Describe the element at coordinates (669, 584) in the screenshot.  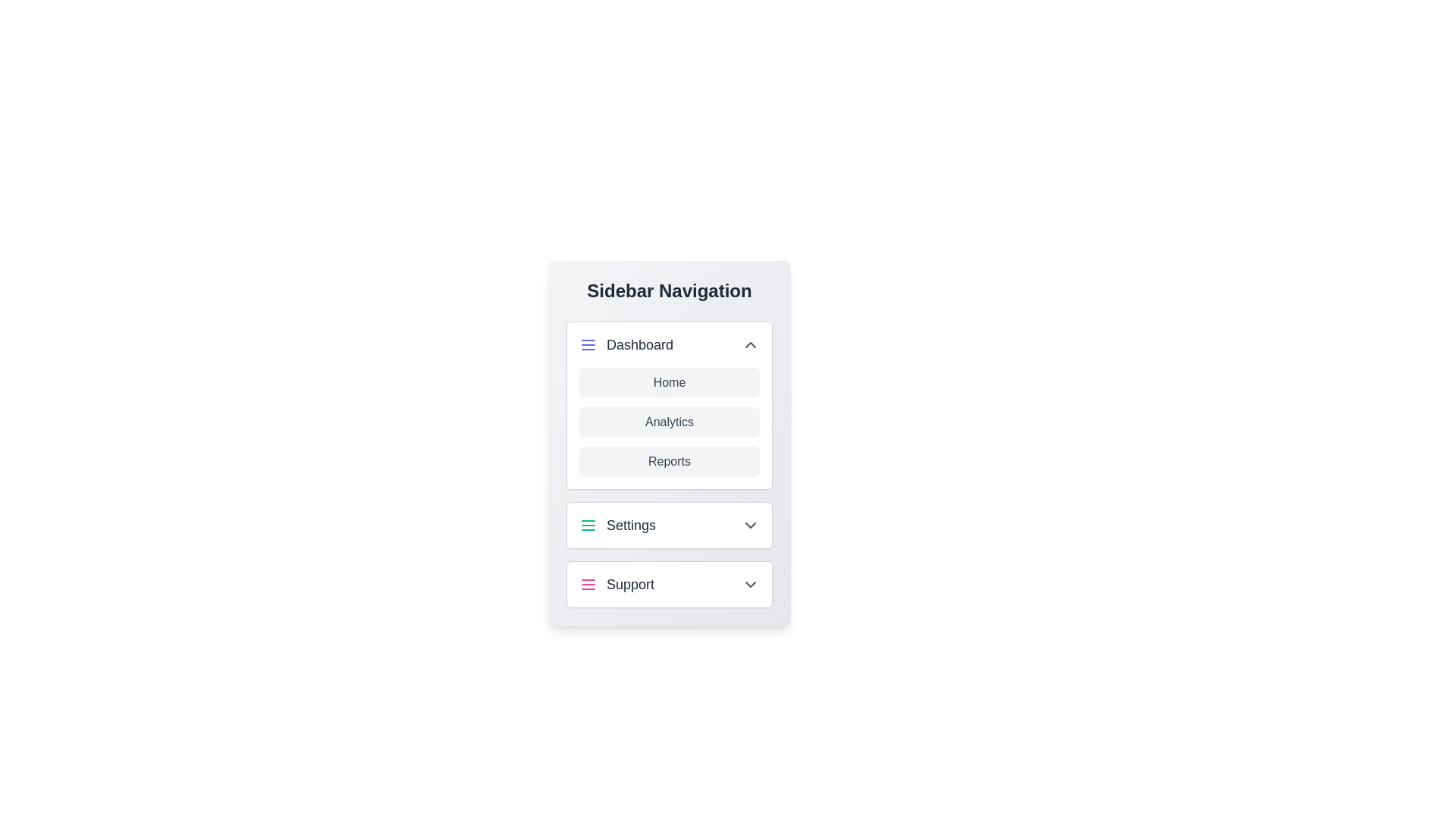
I see `the 'Support' Dropdown menu trigger located at the bottom of the 'Sidebar Navigation' panel` at that location.